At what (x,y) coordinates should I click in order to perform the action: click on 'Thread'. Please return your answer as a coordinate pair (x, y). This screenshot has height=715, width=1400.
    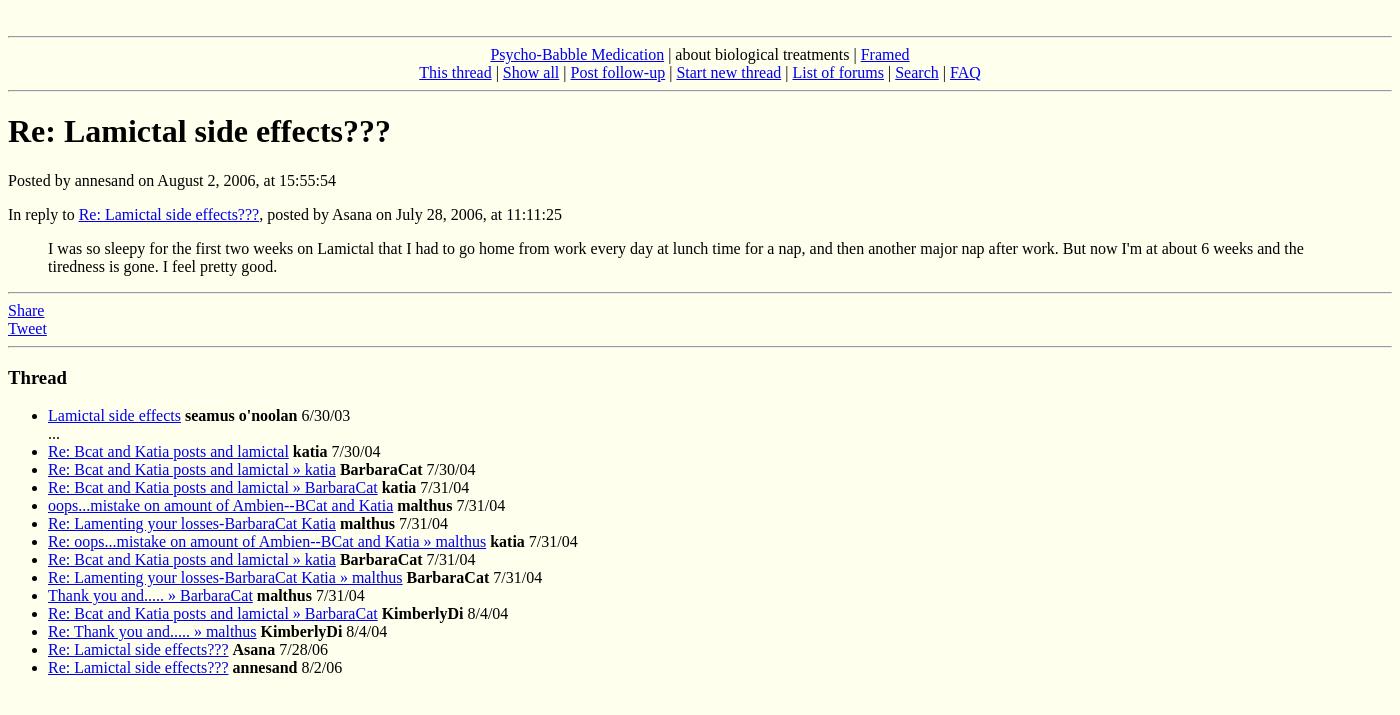
    Looking at the image, I should click on (36, 375).